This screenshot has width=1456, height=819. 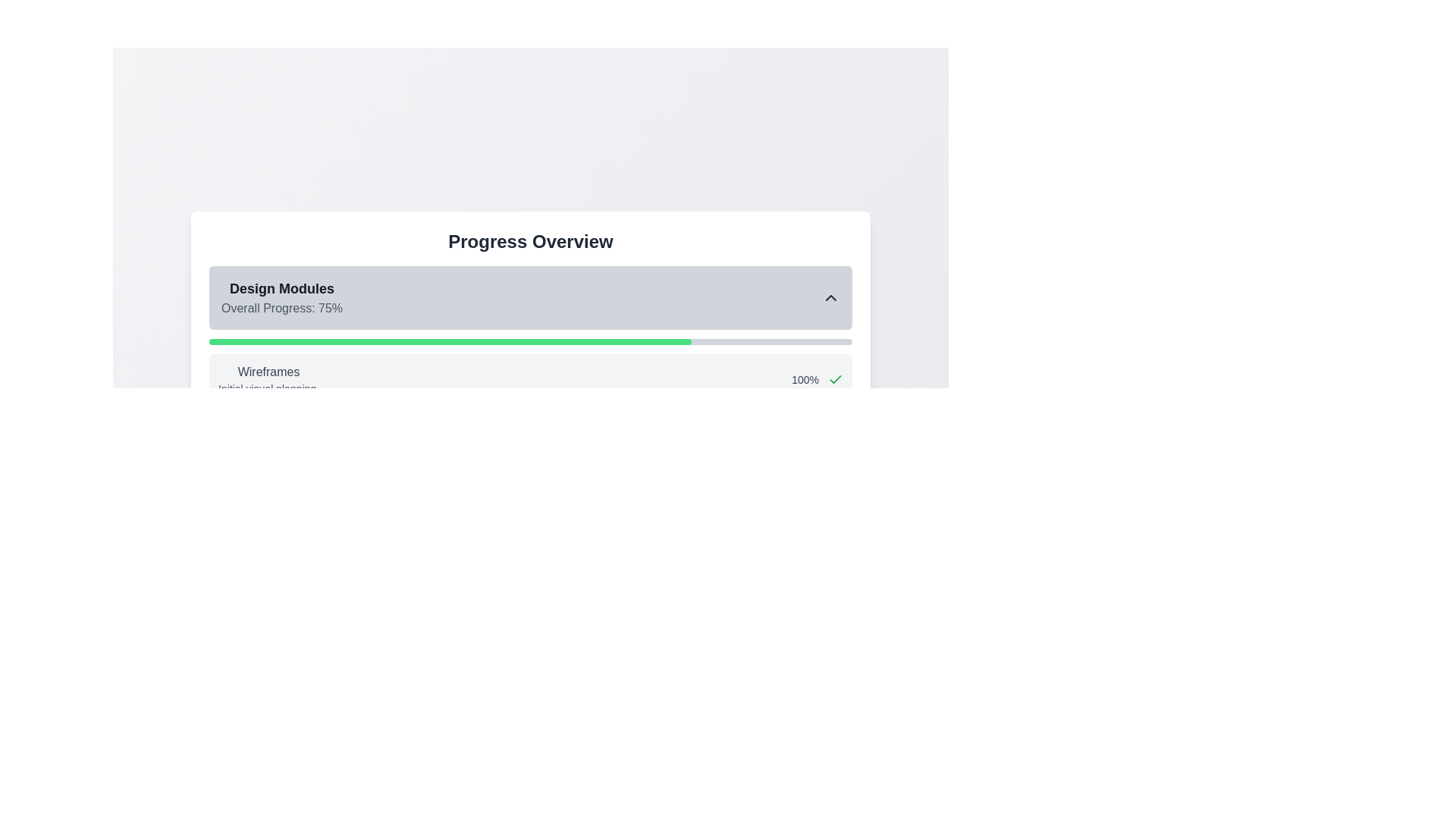 What do you see at coordinates (531, 342) in the screenshot?
I see `the Progress Indicator located in the 'Progress Overview' section, which visually represents the progress at approximately 75%` at bounding box center [531, 342].